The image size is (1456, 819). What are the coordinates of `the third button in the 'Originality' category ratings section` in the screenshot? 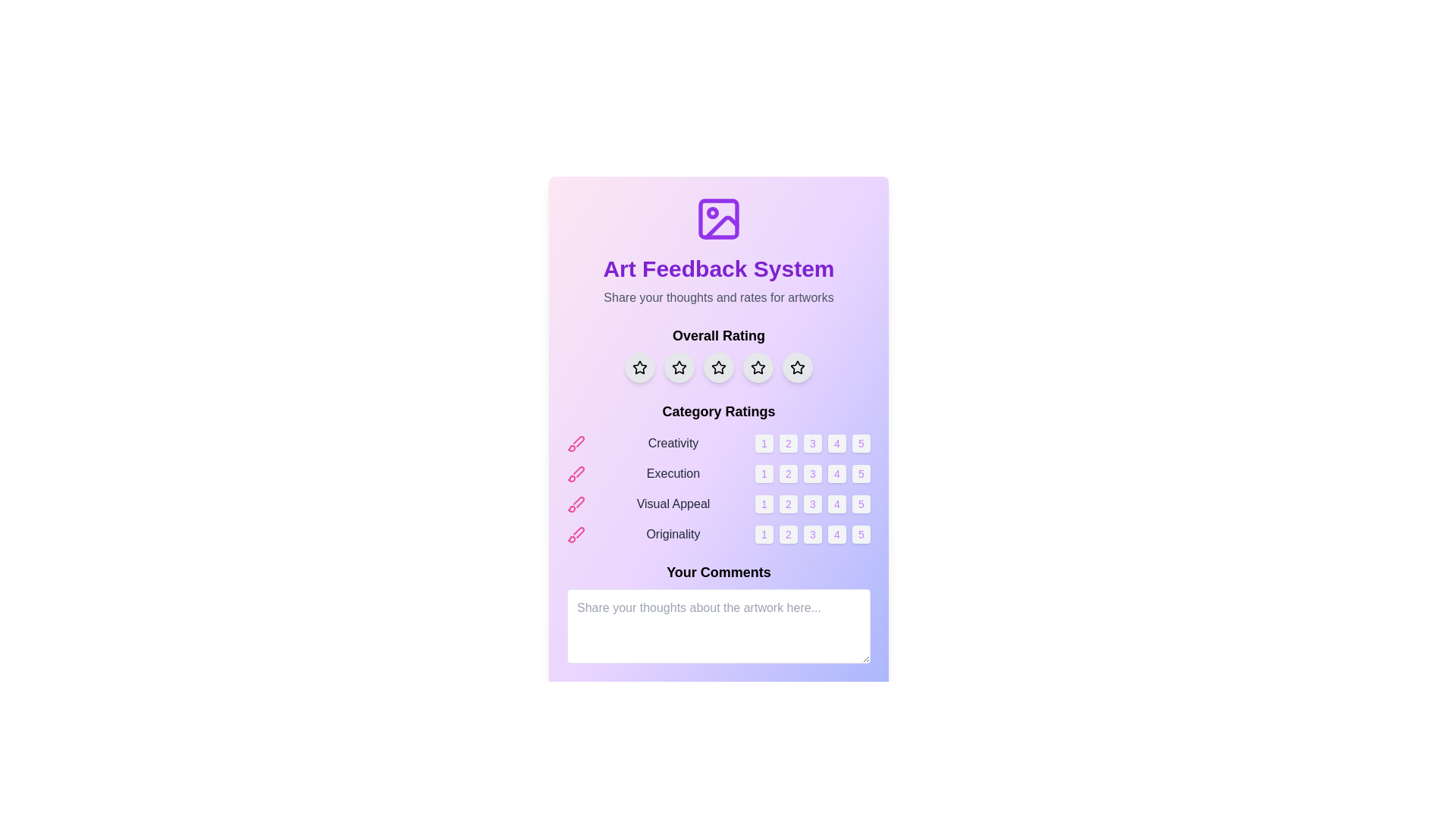 It's located at (811, 534).